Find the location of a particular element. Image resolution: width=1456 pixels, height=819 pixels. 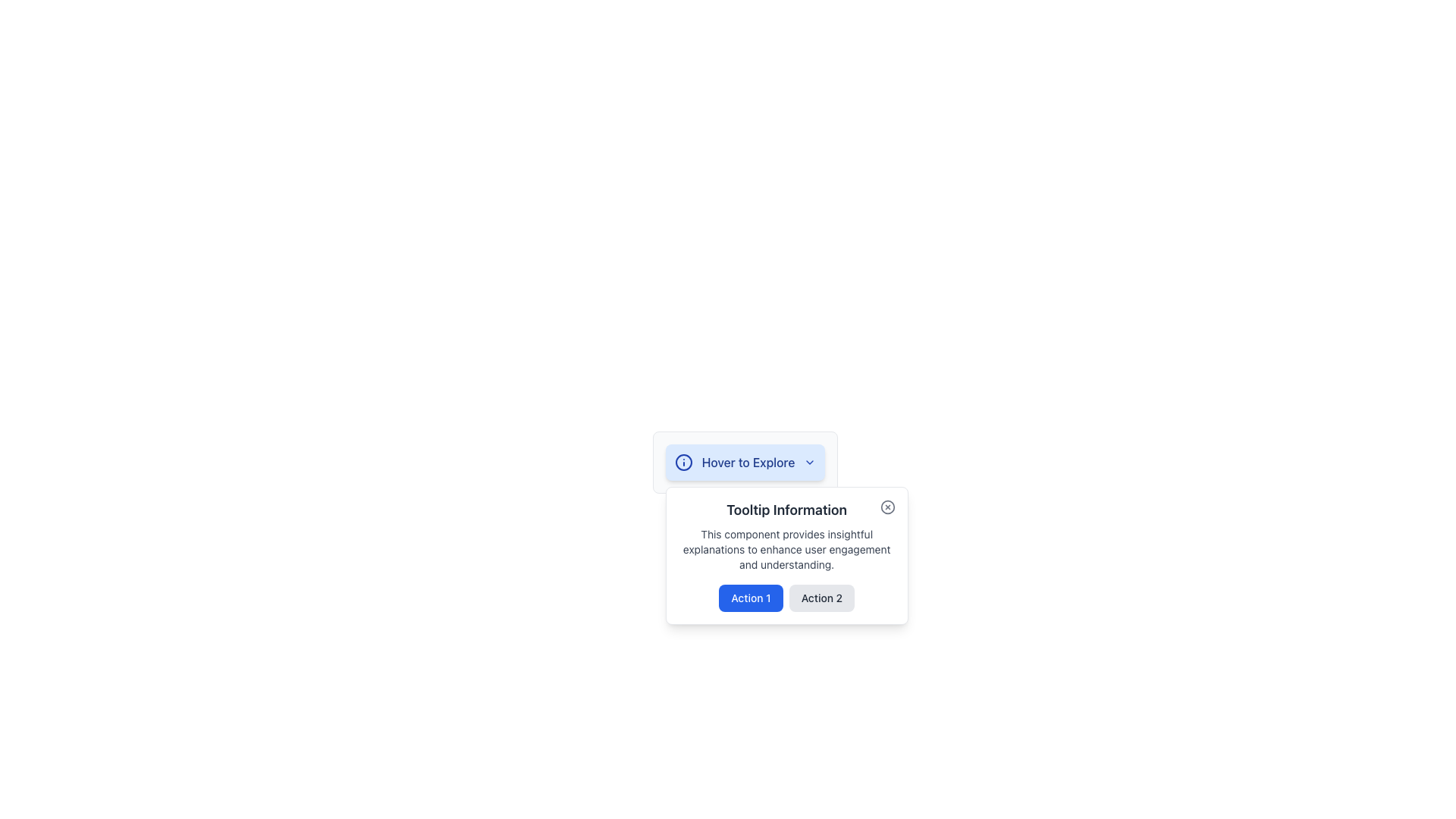

the Text Header element labeled 'Tooltip Information' which is styled in bold and larger font, located at the top of the tooltip box is located at coordinates (786, 510).